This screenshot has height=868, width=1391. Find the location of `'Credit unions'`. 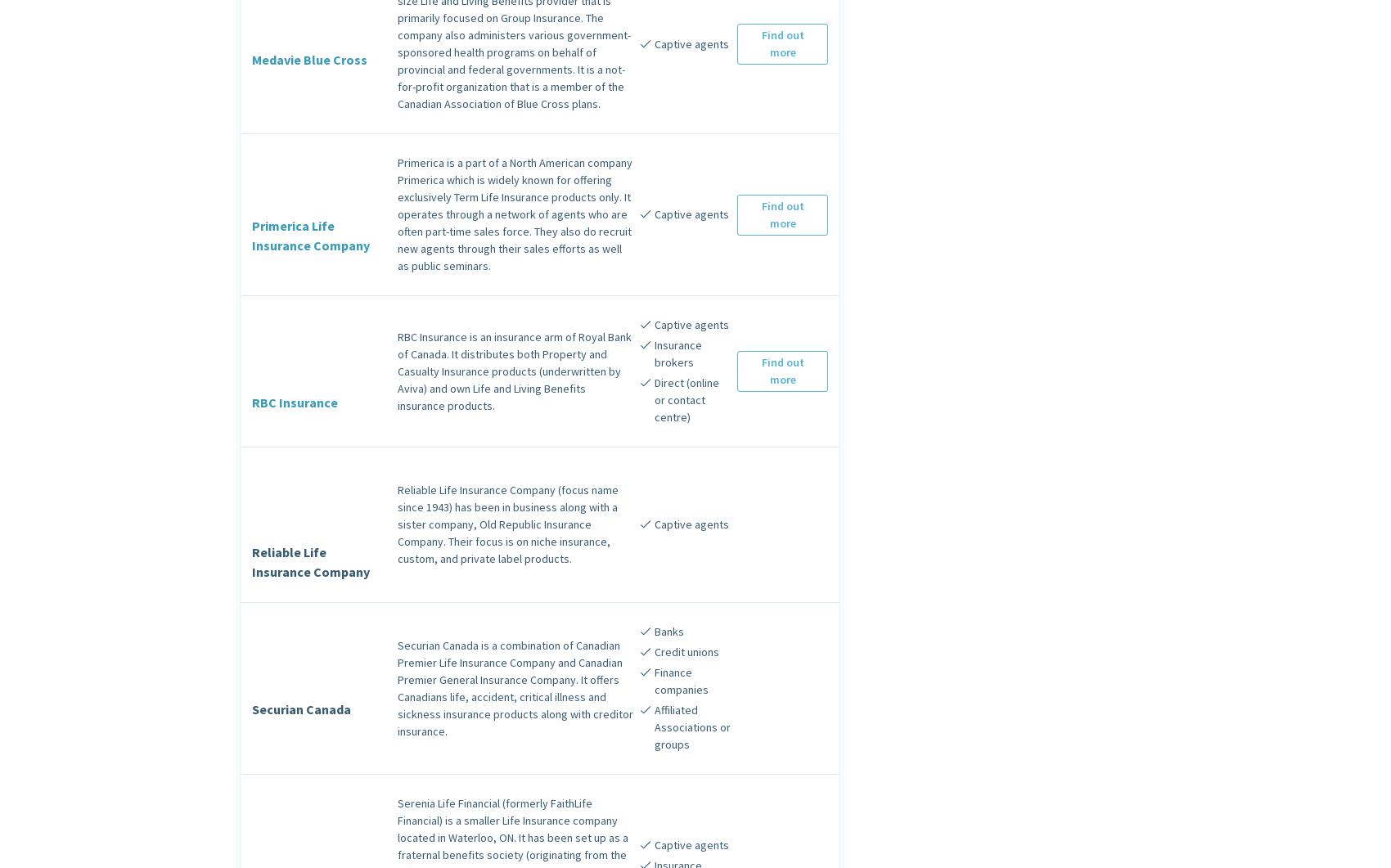

'Credit unions' is located at coordinates (685, 652).